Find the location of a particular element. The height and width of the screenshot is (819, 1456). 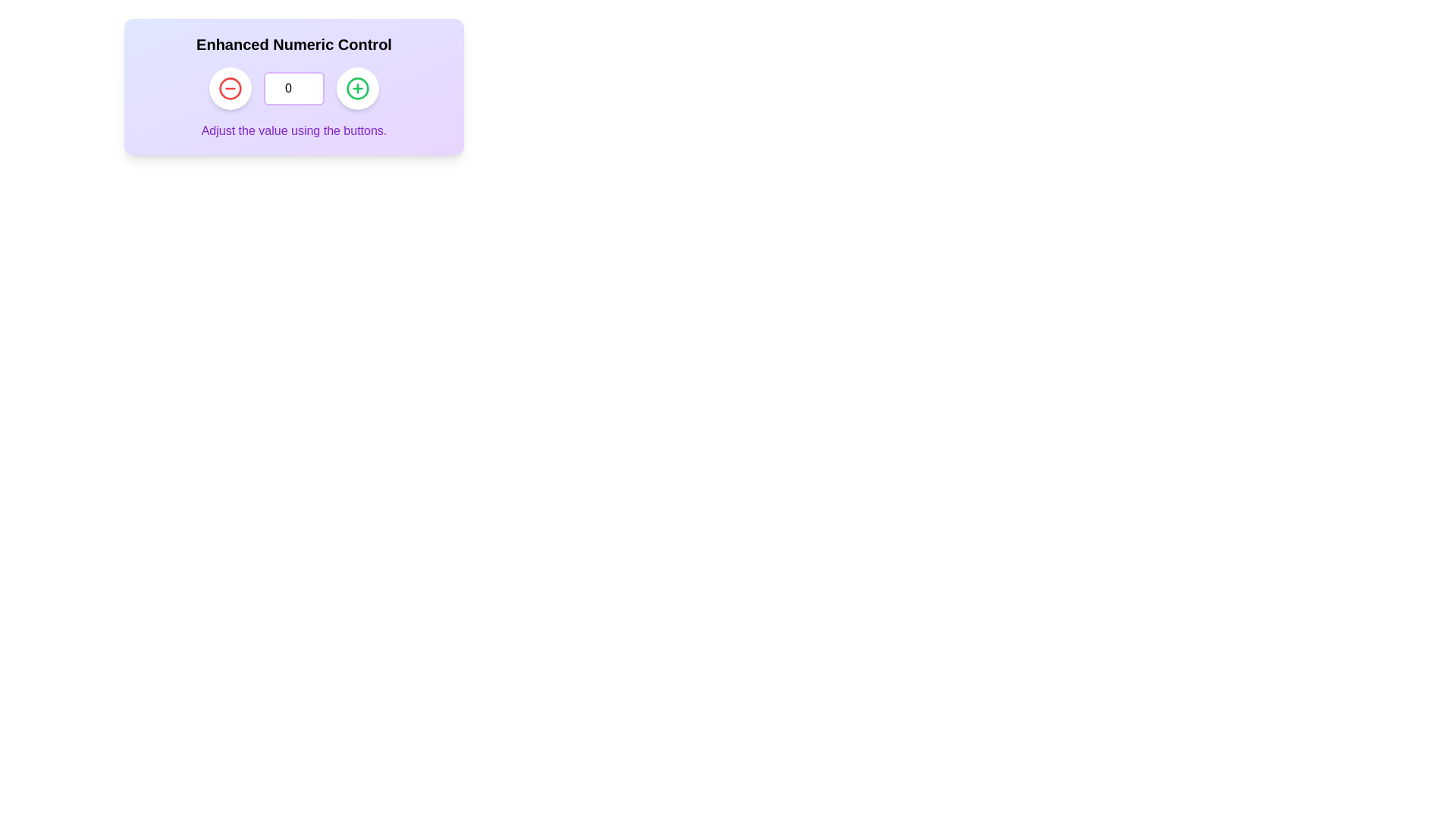

the small rectangular text input field with a white background and purple border, located centrally between a red minus button and a green plus button to focus on it is located at coordinates (294, 88).